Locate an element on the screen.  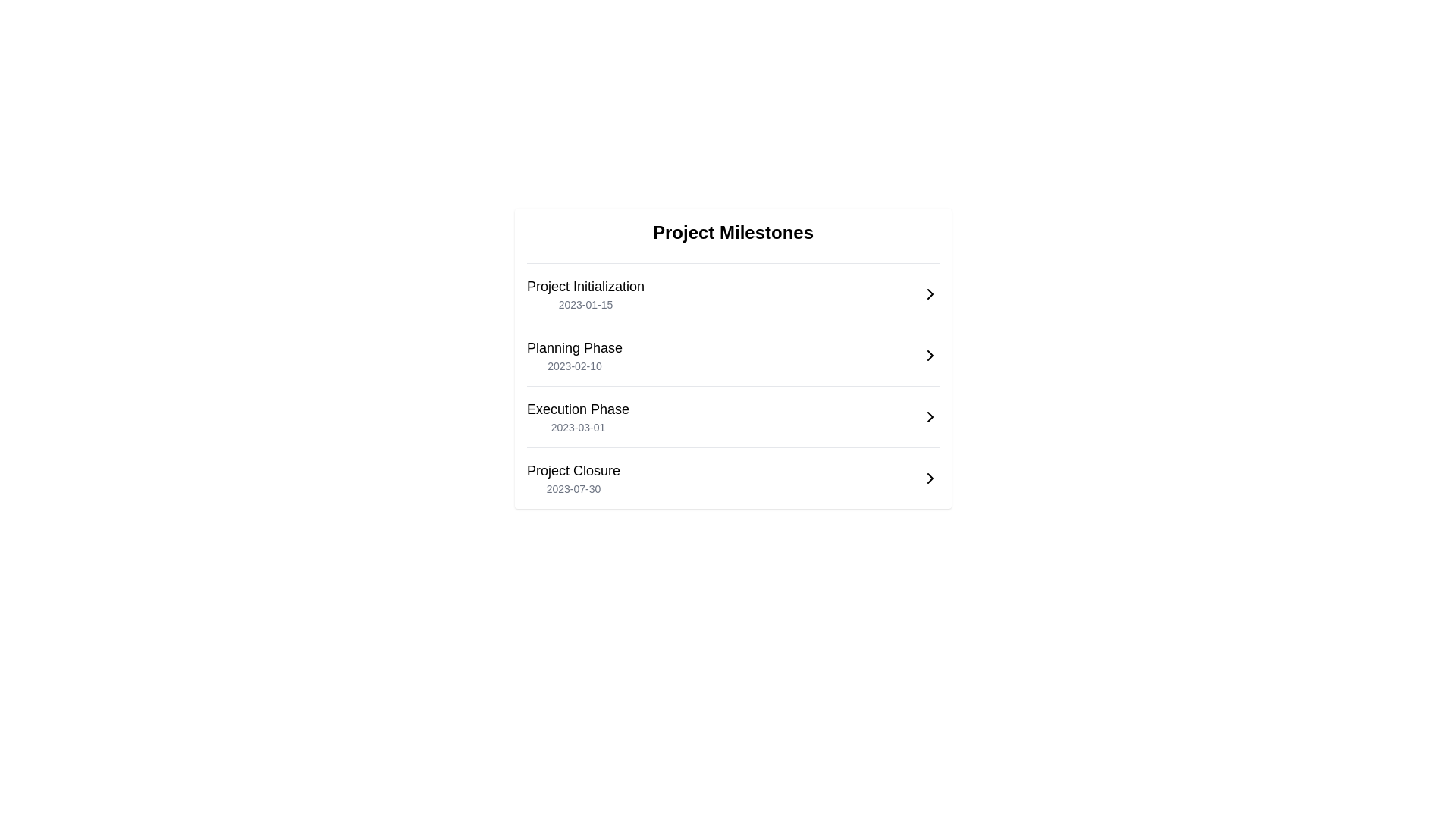
the rightward arrow chevron icon in the 'Execution Phase' row is located at coordinates (930, 417).